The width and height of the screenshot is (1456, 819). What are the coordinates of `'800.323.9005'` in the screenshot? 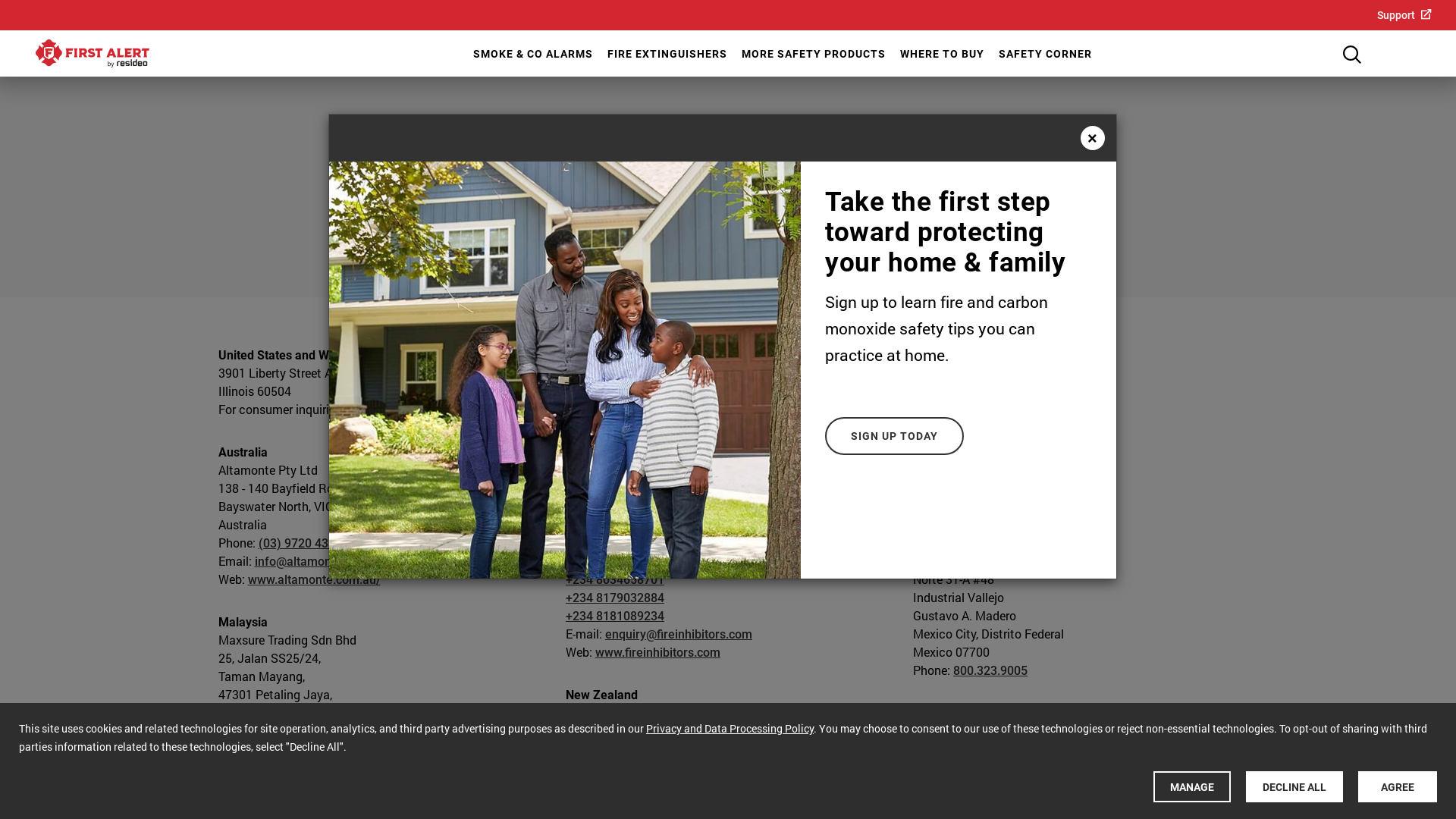 It's located at (990, 669).